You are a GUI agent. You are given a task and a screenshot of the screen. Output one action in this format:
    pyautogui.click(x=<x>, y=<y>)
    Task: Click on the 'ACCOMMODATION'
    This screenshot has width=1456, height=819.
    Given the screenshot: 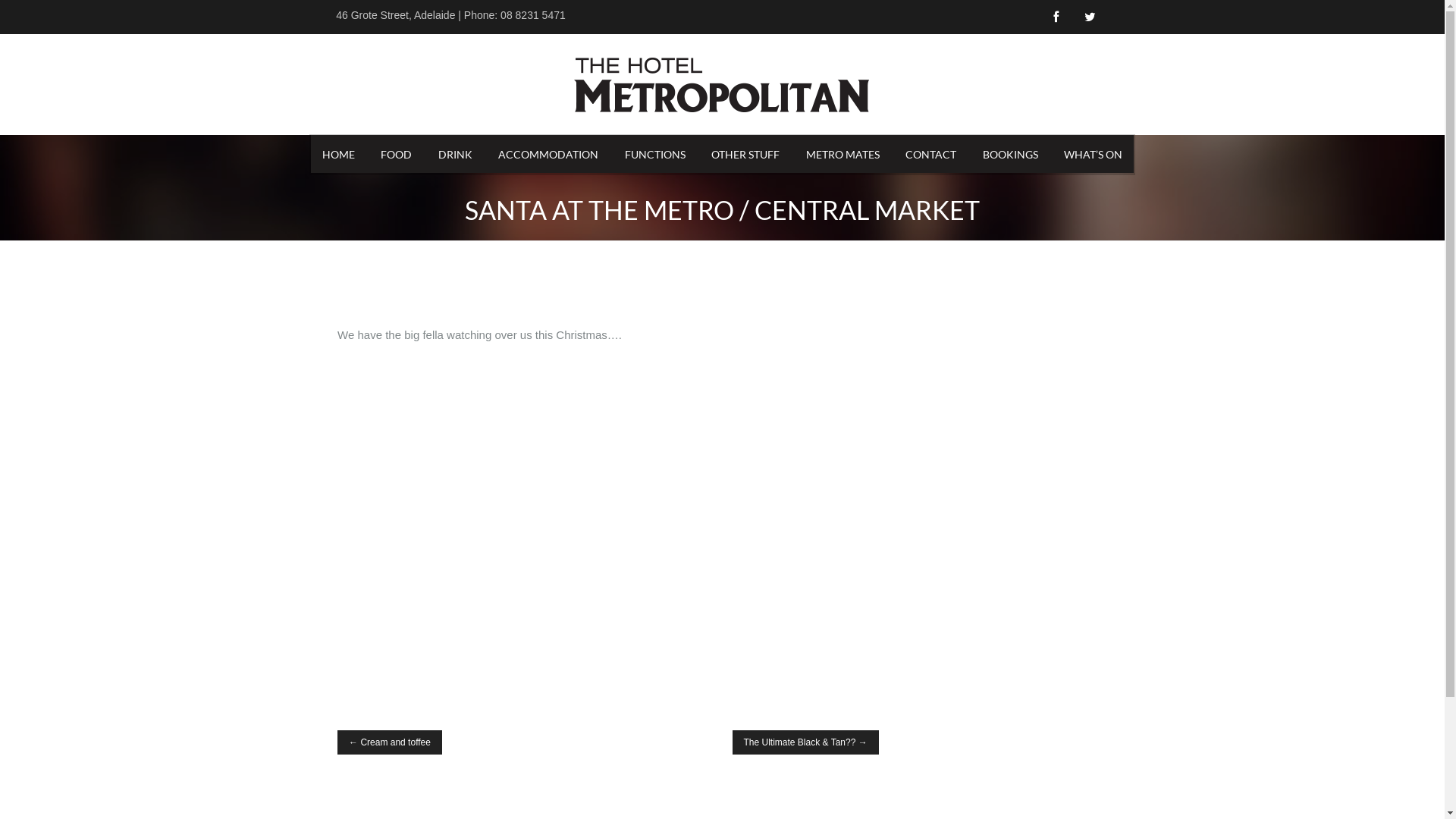 What is the action you would take?
    pyautogui.click(x=548, y=154)
    